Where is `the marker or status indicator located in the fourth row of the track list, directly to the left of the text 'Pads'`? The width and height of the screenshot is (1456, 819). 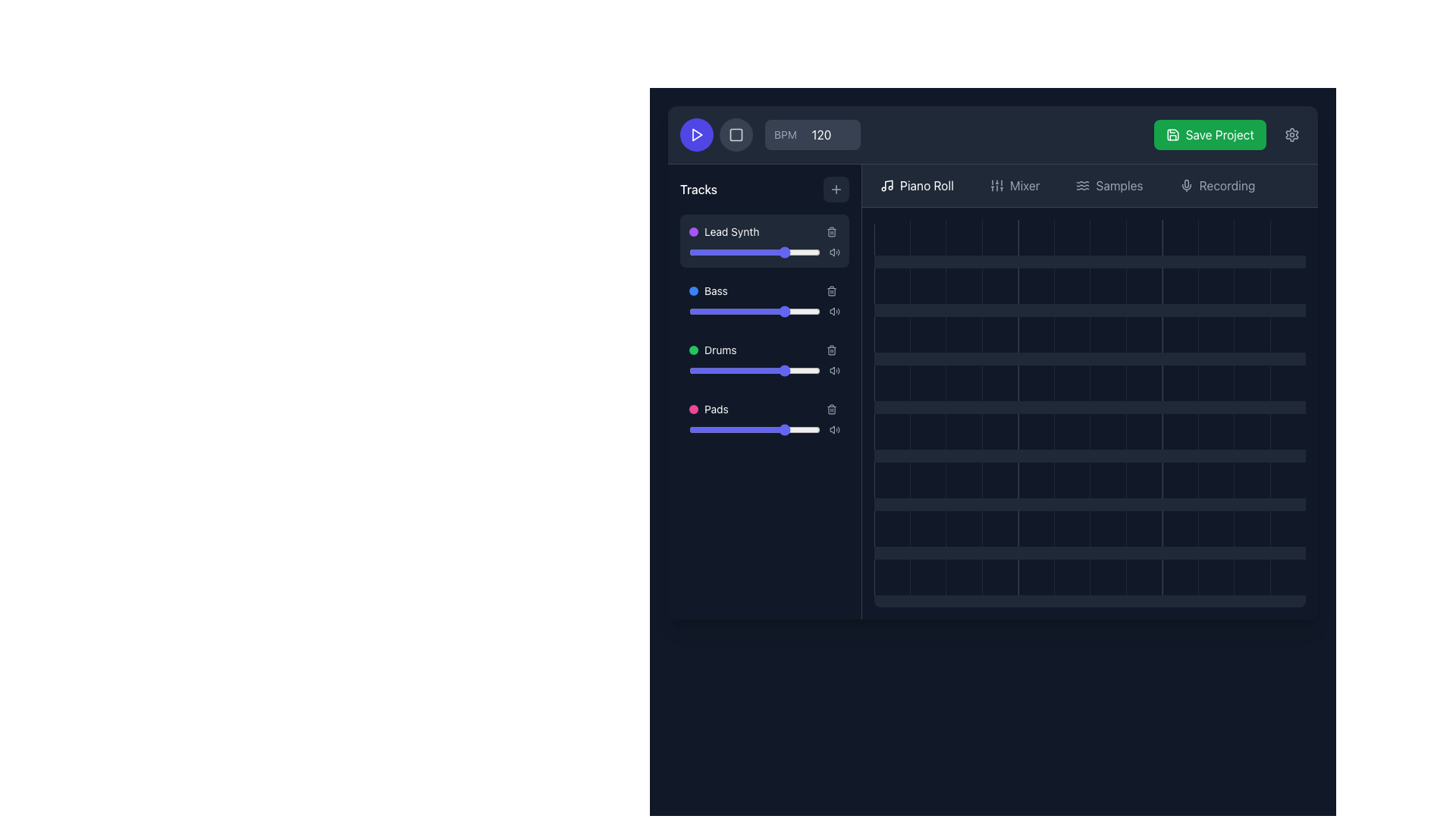 the marker or status indicator located in the fourth row of the track list, directly to the left of the text 'Pads' is located at coordinates (693, 409).